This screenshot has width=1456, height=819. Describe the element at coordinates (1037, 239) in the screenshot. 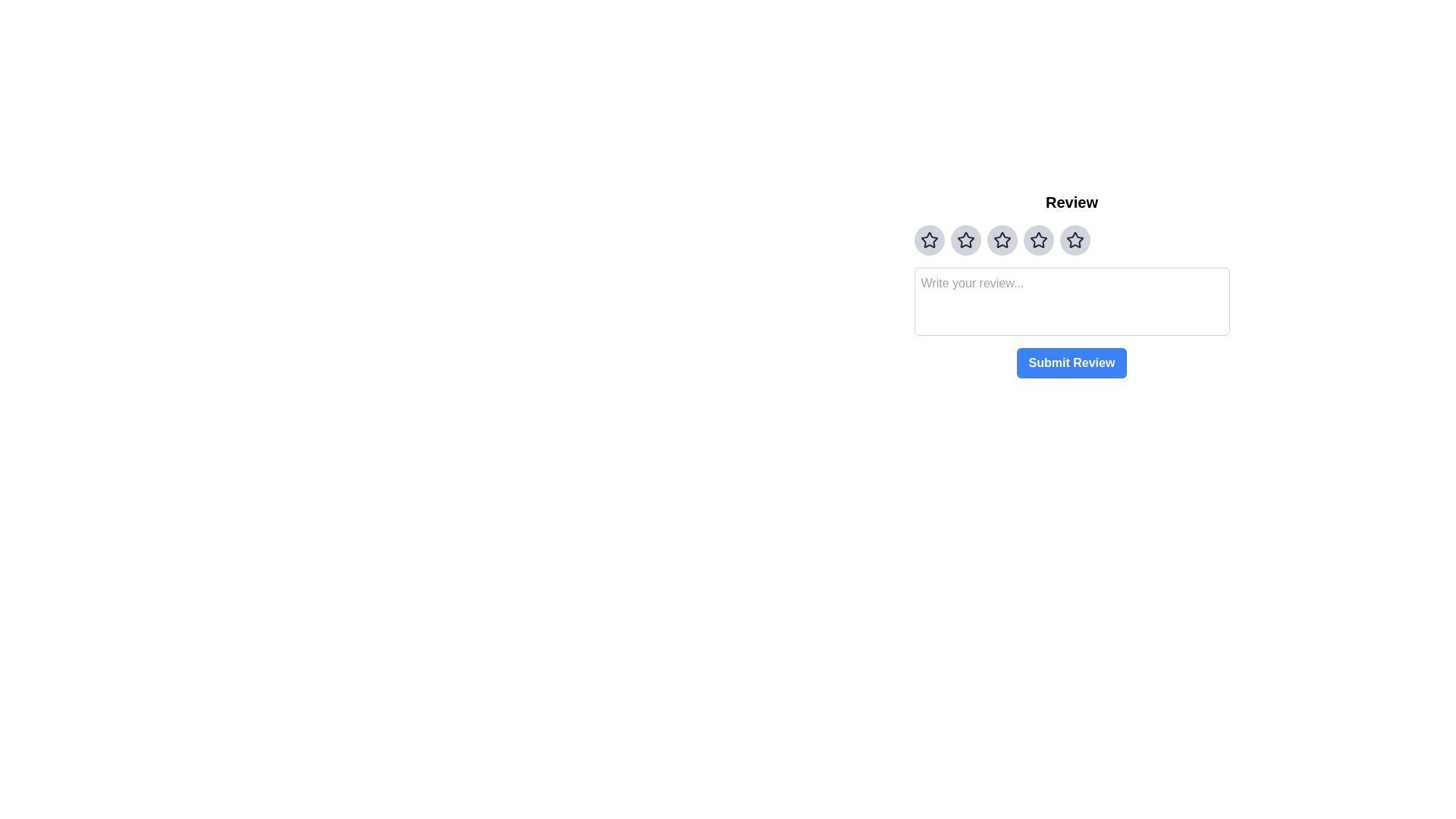

I see `the fourth star-shaped icon with an outlined design in gray, used for rating purposes, located in the Review section` at that location.